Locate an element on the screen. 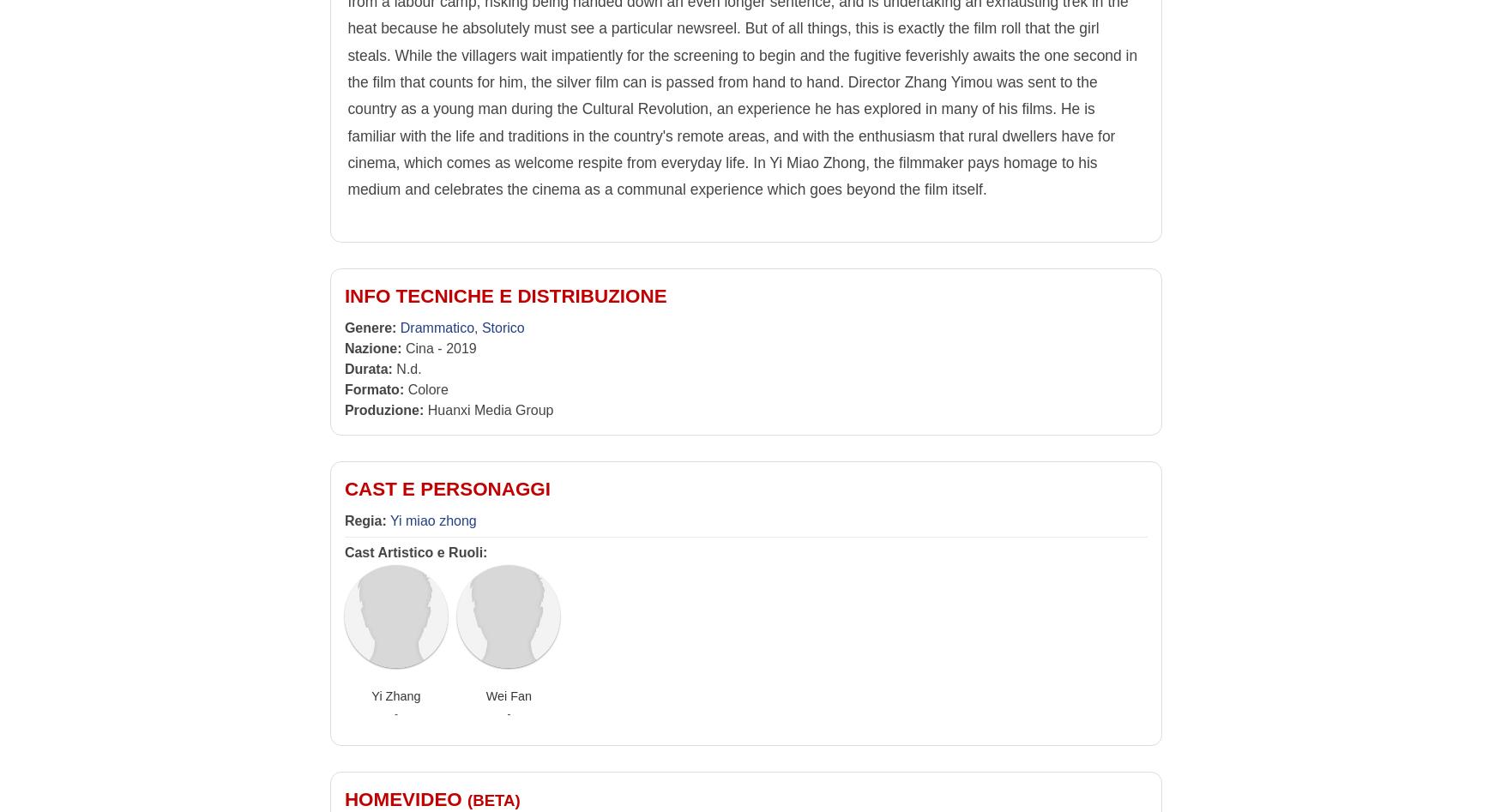 Image resolution: width=1501 pixels, height=812 pixels. 'HomeVideo' is located at coordinates (405, 798).